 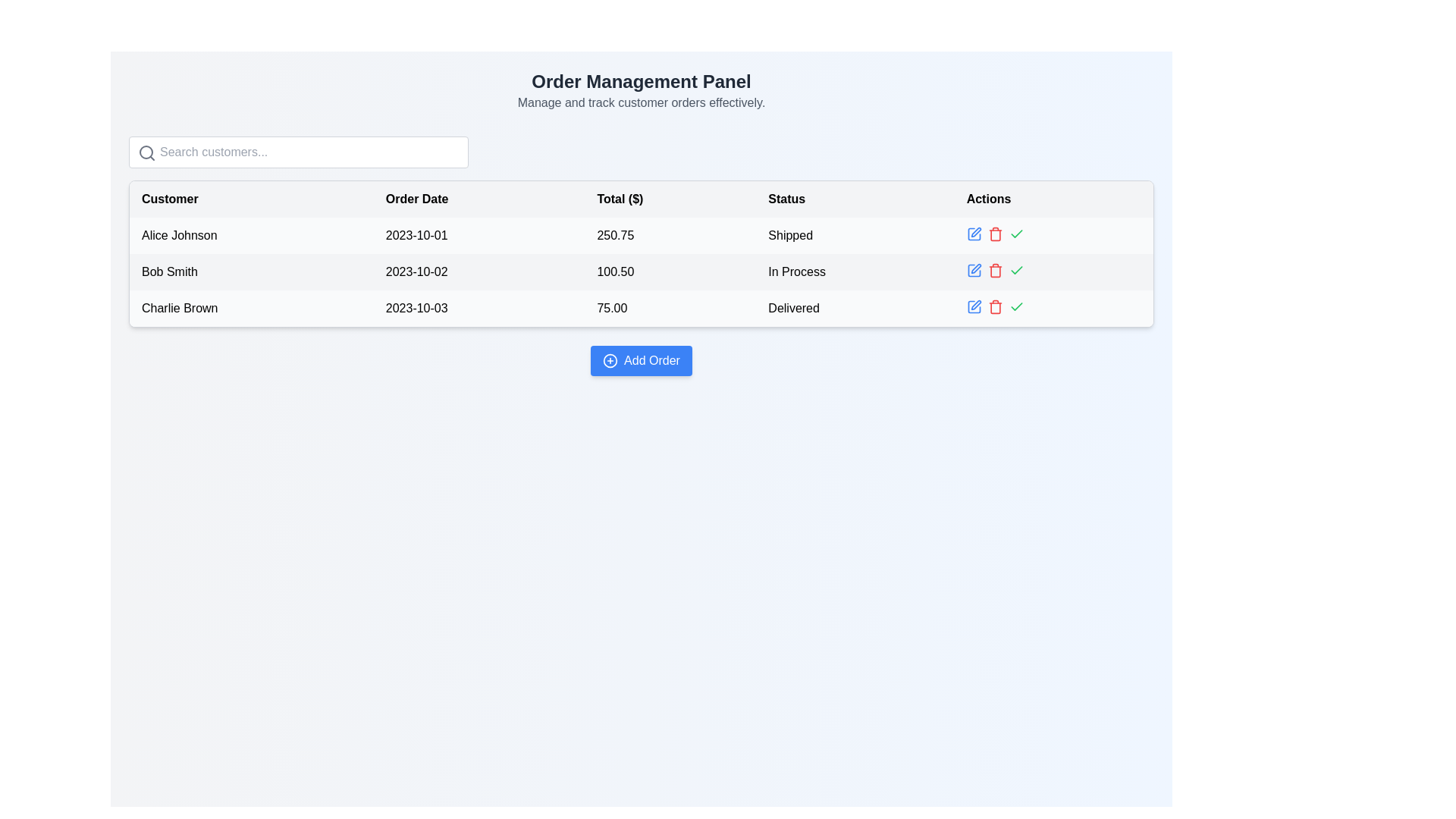 What do you see at coordinates (641, 82) in the screenshot?
I see `the headline text element related to order management, which is positioned at the top center of the interface` at bounding box center [641, 82].